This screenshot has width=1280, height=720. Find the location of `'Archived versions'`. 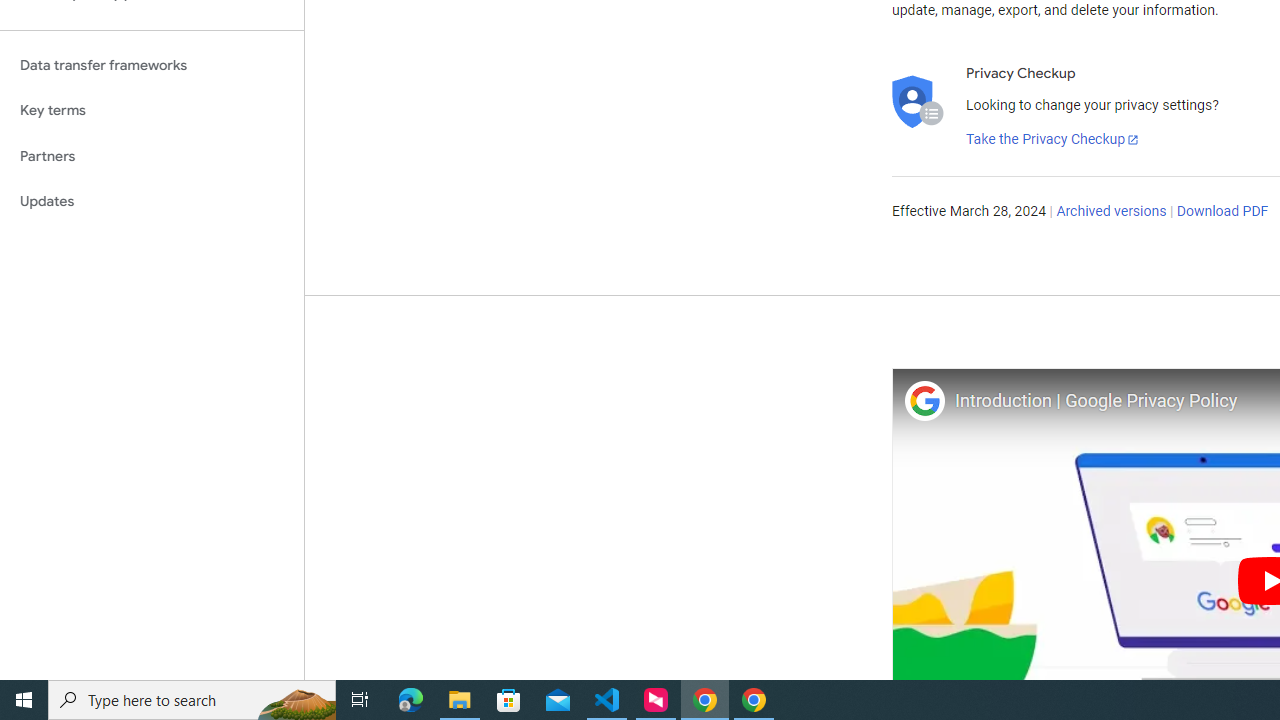

'Archived versions' is located at coordinates (1110, 212).